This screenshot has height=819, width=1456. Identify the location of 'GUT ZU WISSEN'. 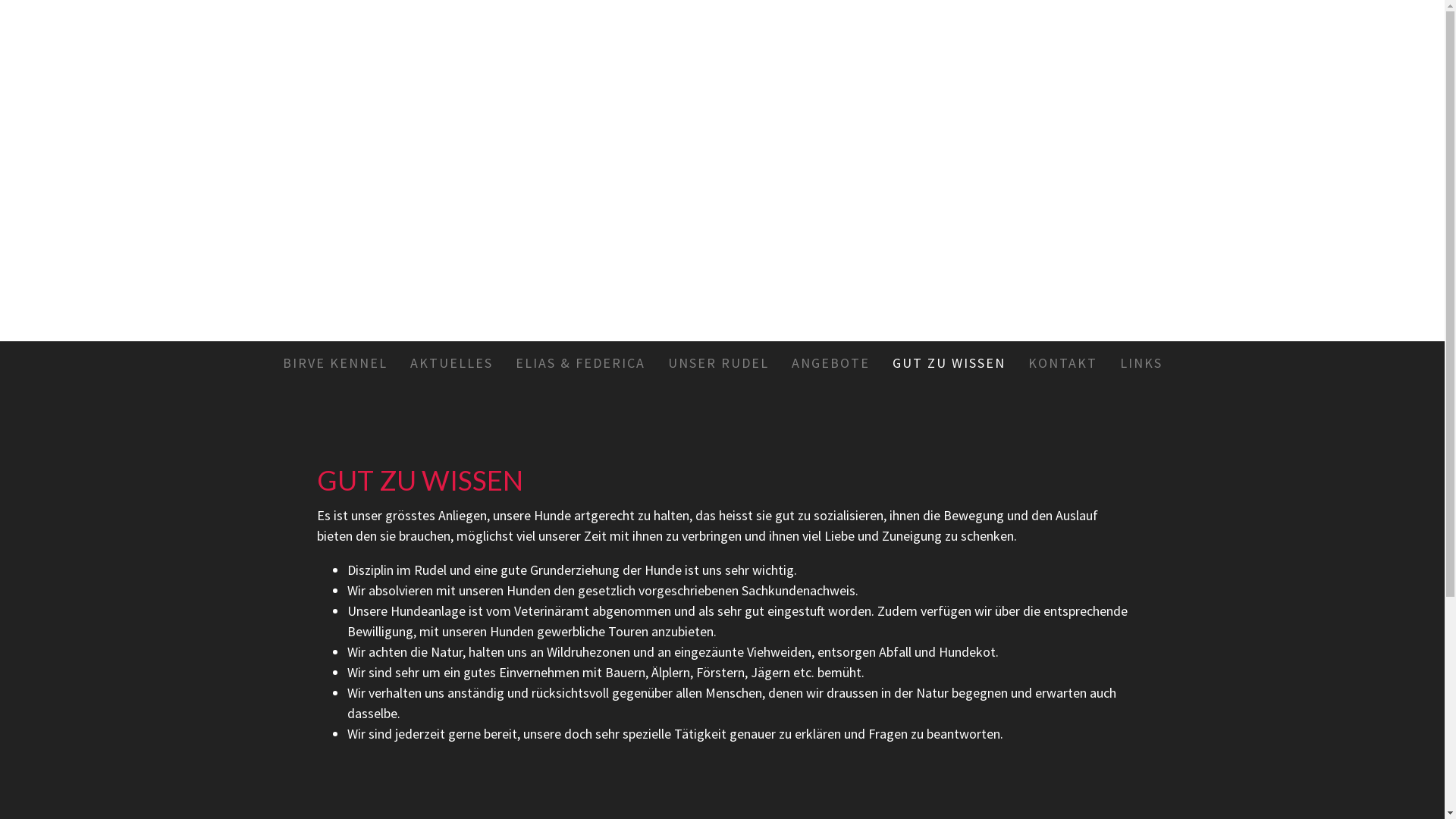
(948, 362).